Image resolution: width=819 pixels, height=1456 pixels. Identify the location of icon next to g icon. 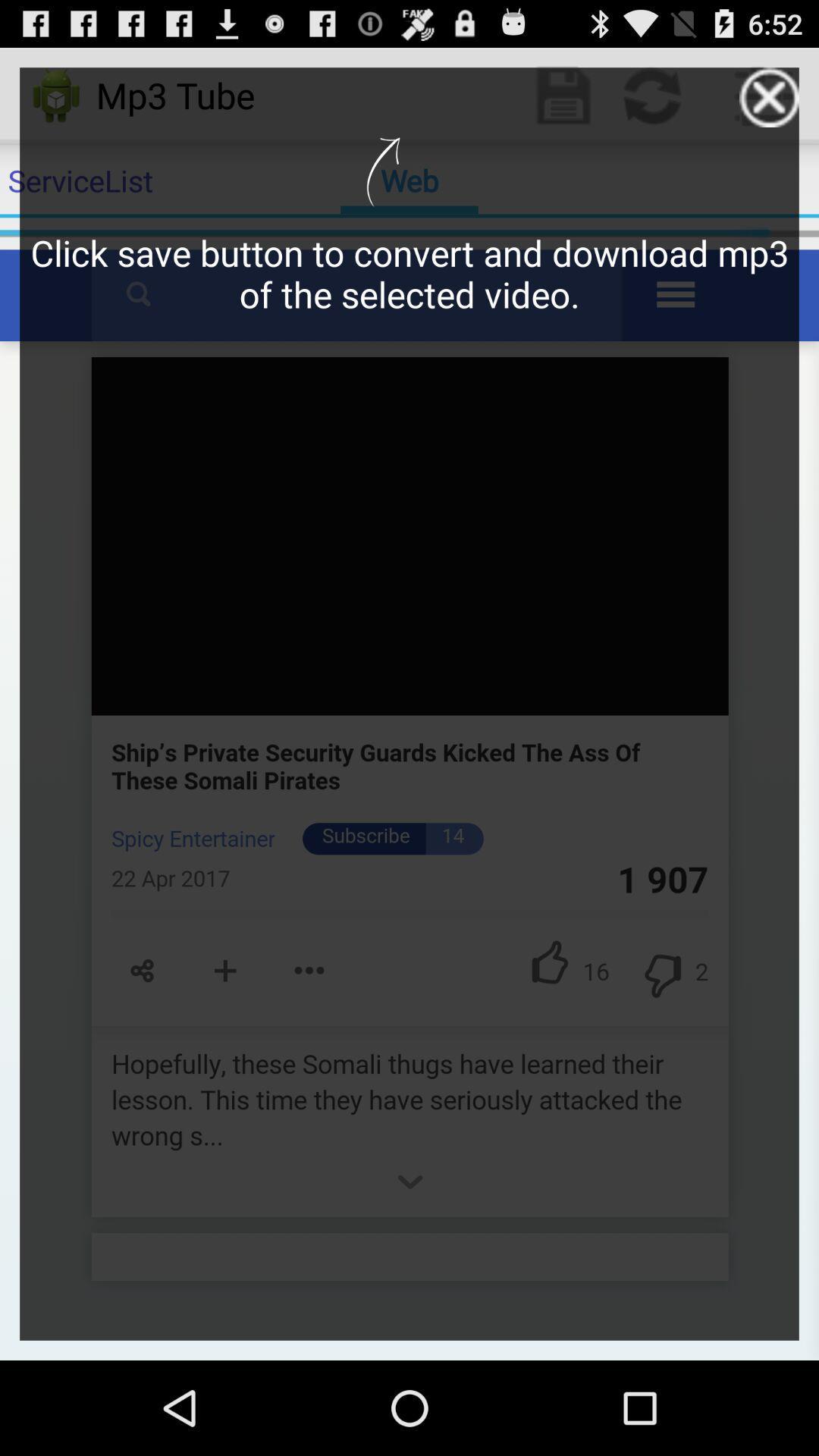
(769, 96).